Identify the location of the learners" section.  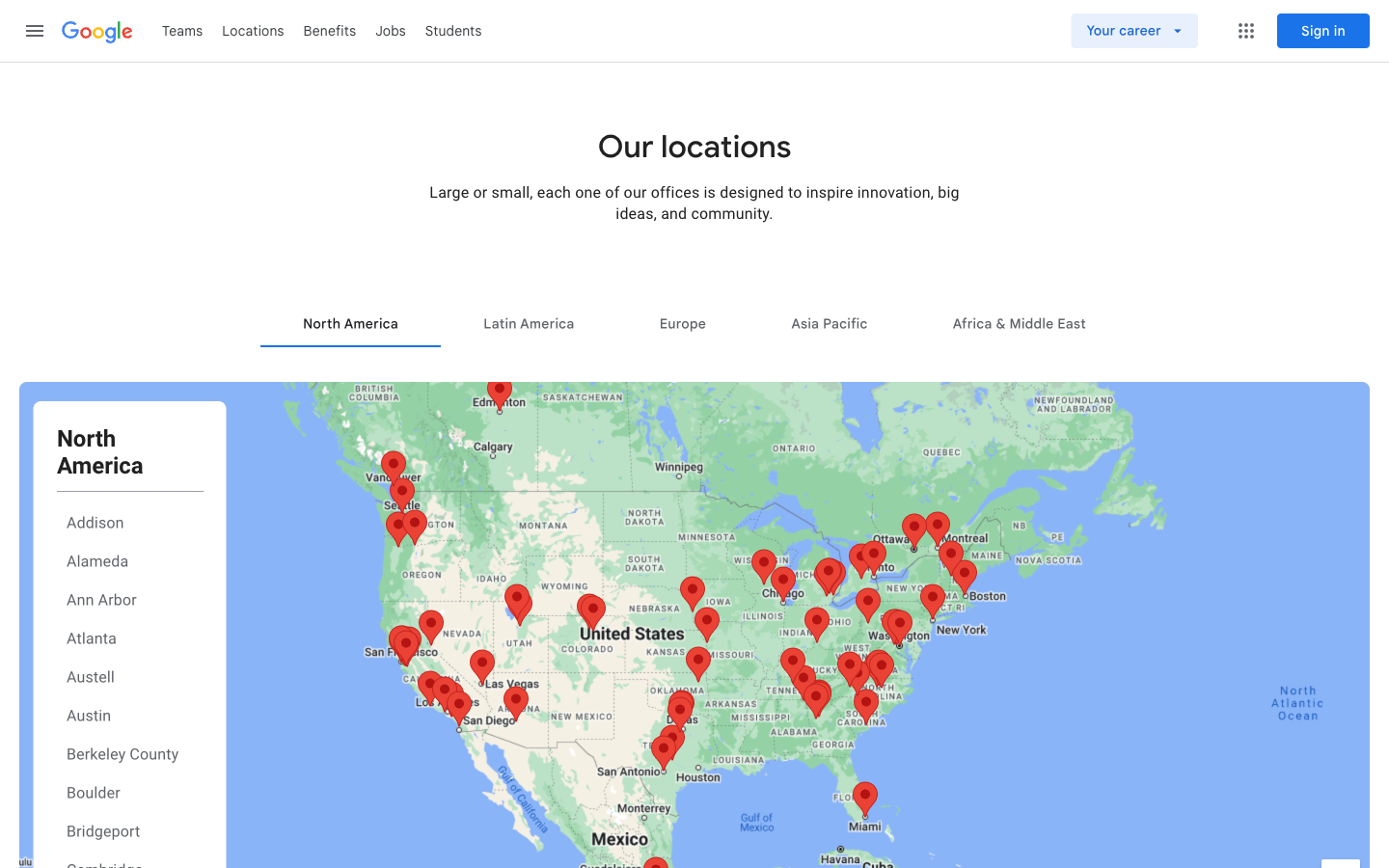
(453, 29).